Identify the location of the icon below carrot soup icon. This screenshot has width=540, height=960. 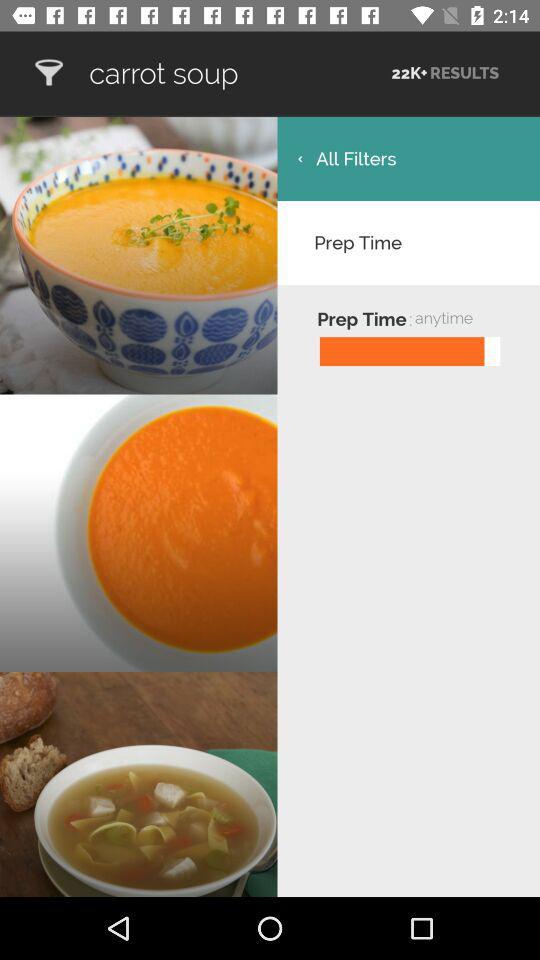
(407, 157).